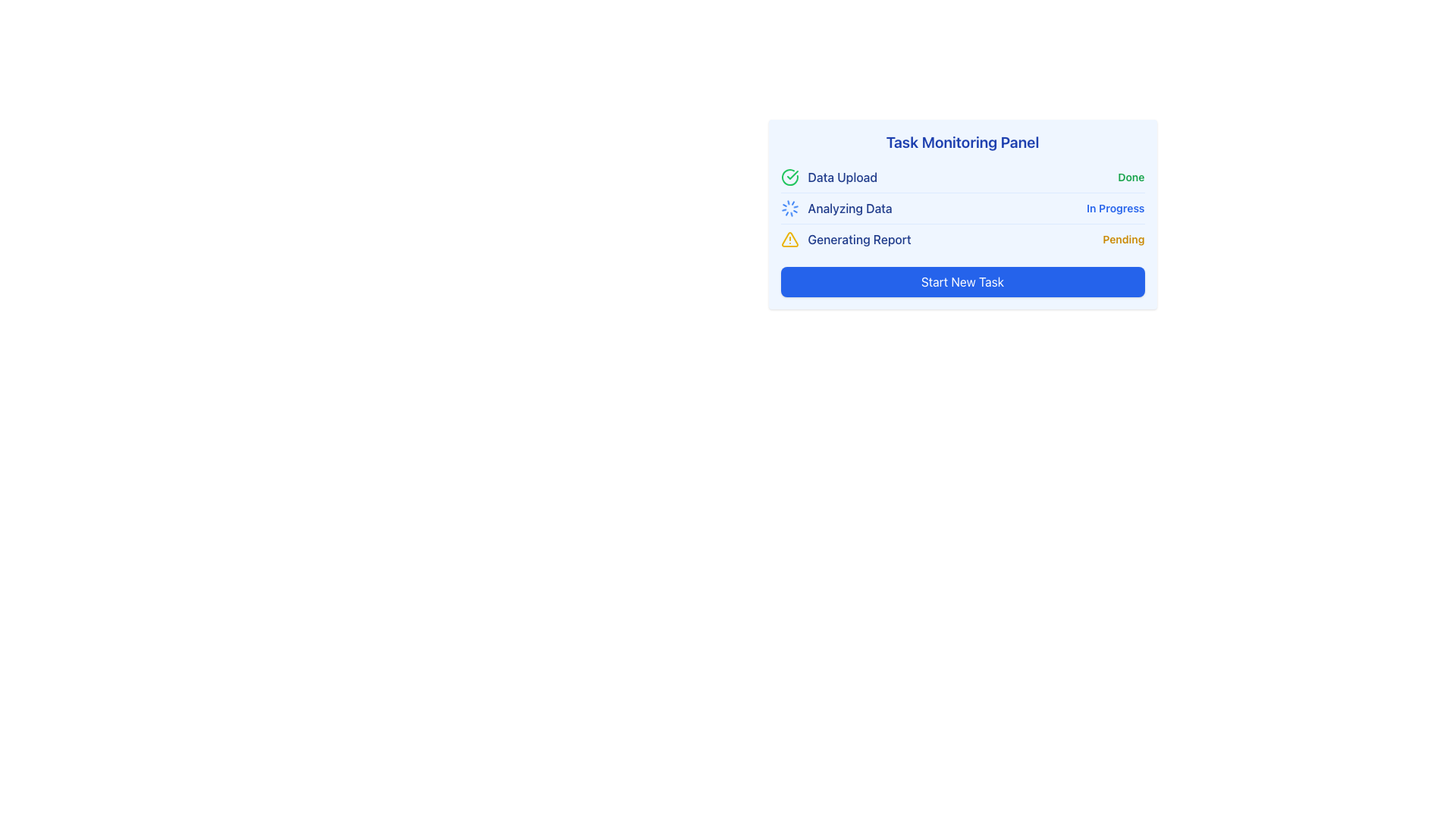 The height and width of the screenshot is (819, 1456). I want to click on the Label with green checkmark icon and text 'Data Upload' in bold blue font, located in the 'Task Monitoring Panel' as the first item in the vertical list, so click(828, 177).